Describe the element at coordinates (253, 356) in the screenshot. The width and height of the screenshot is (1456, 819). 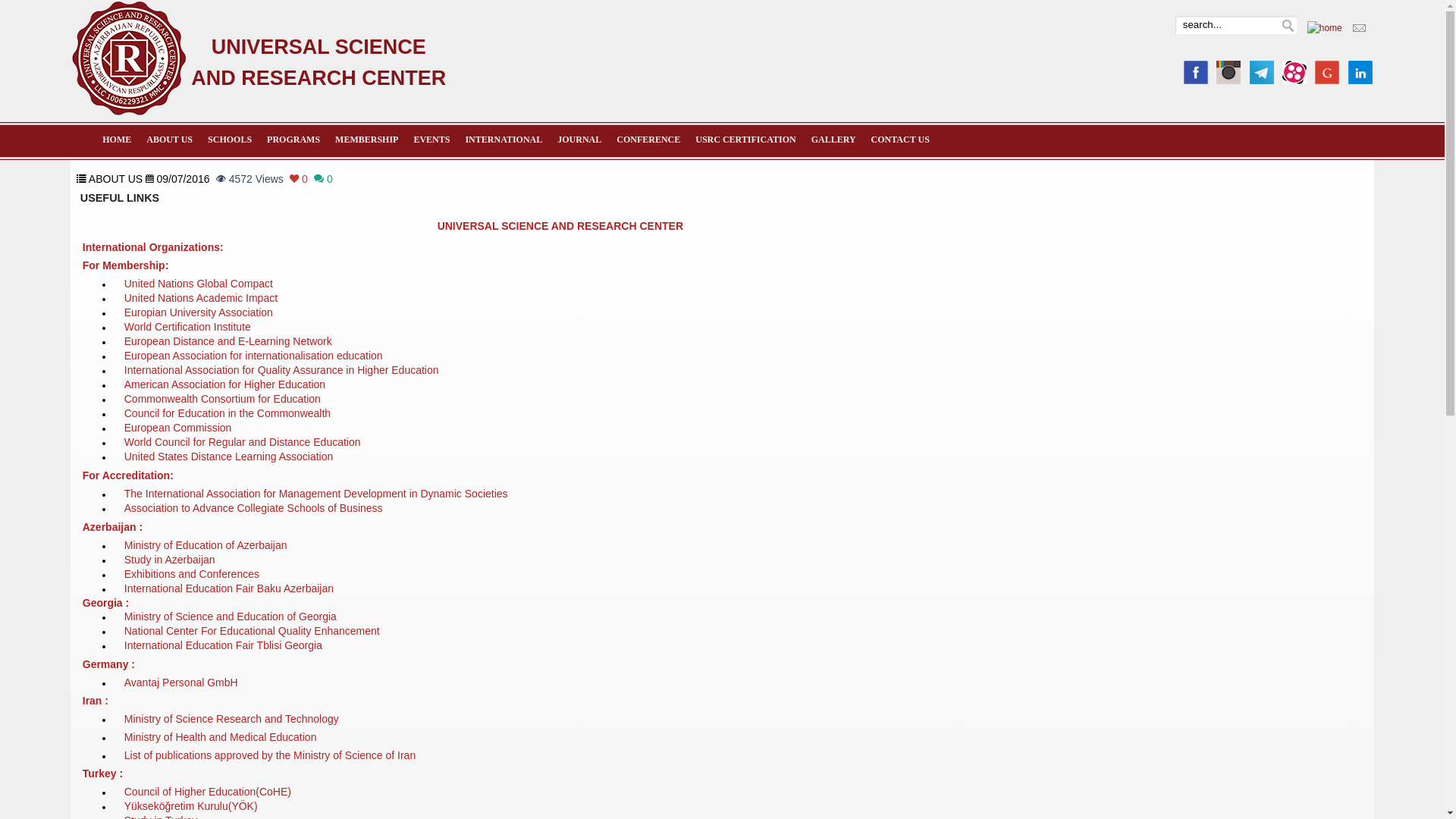
I see `'European Association for internationalisation education'` at that location.